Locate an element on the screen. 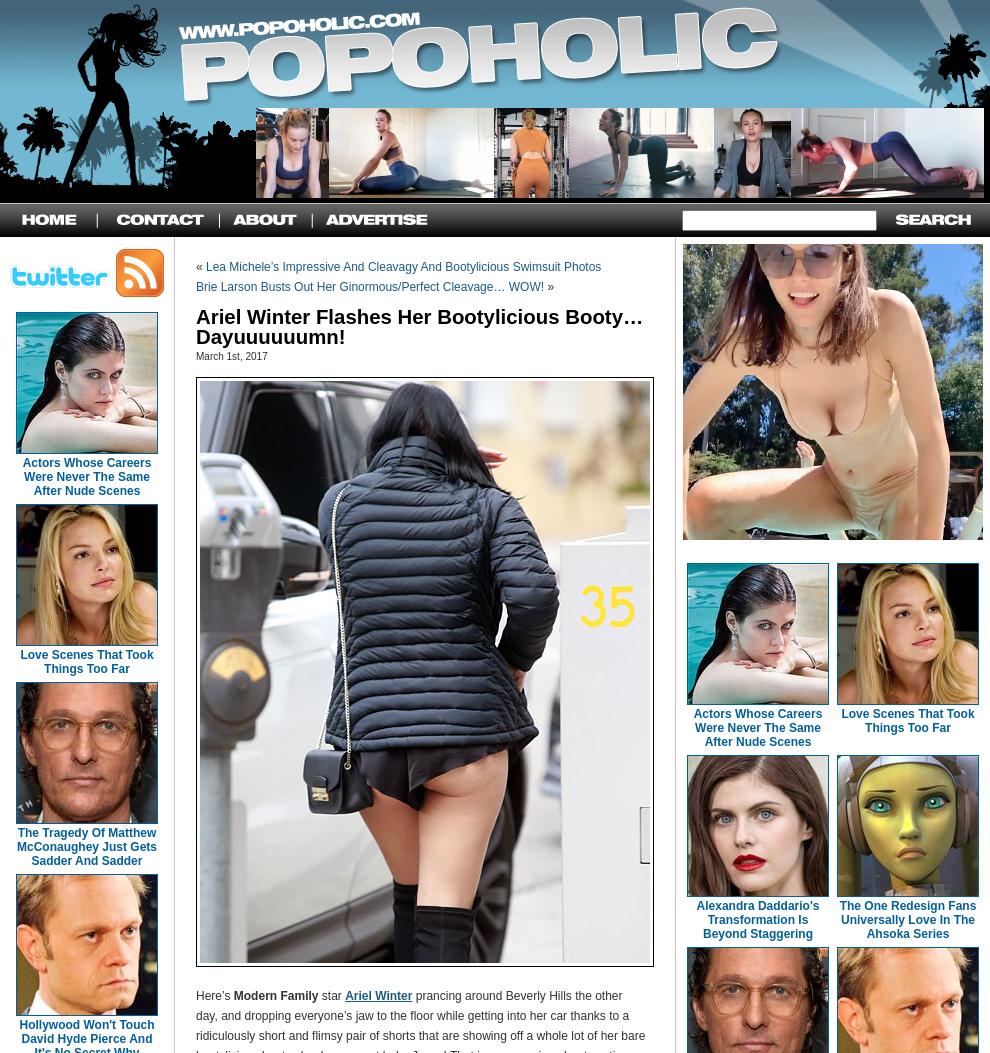 The image size is (990, 1053). 'Lea Michele’s Impressive And Cleavagy And Bootylicious Swimsuit Photos' is located at coordinates (402, 266).